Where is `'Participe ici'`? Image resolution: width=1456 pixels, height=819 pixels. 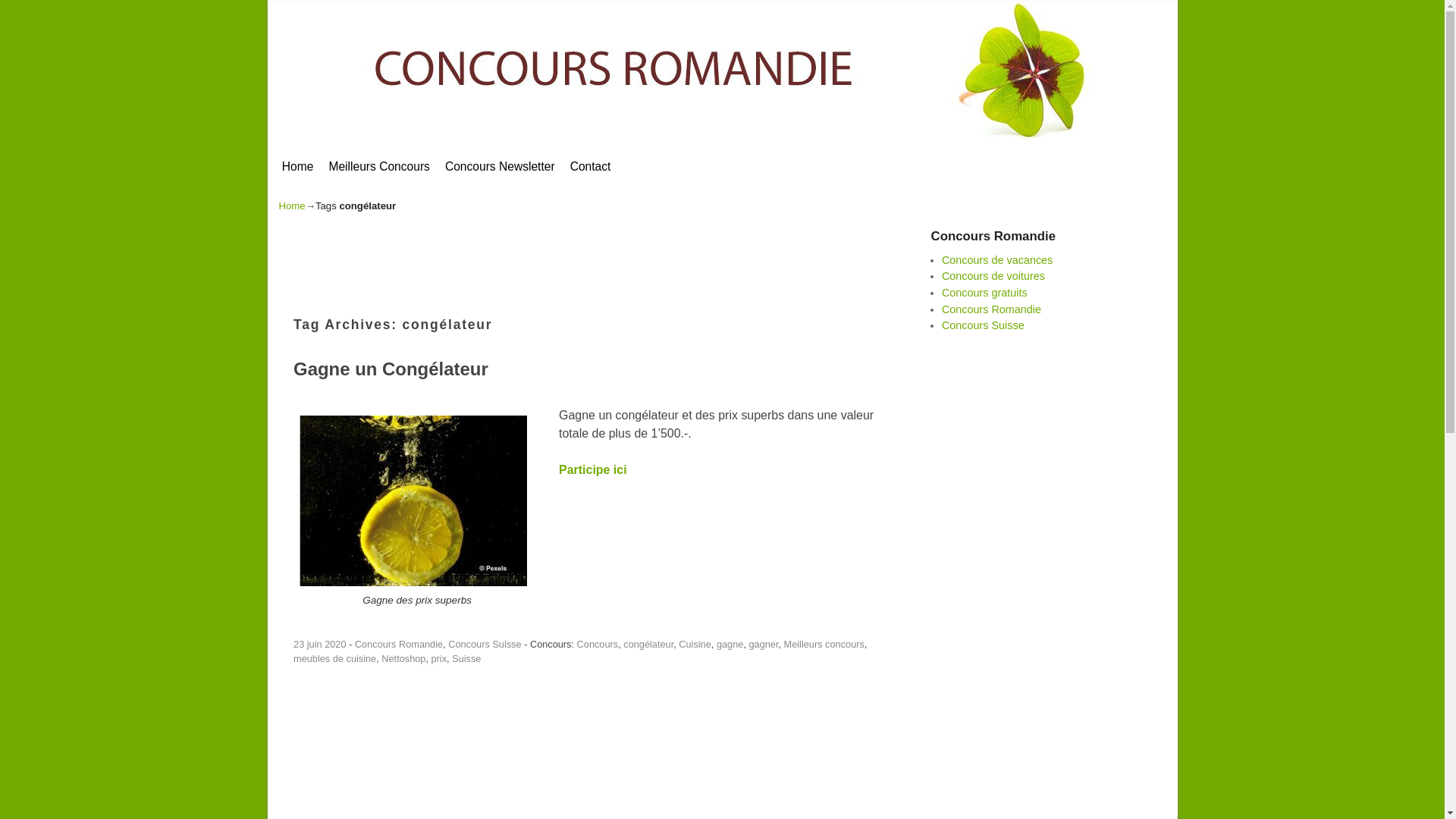
'Participe ici' is located at coordinates (592, 469).